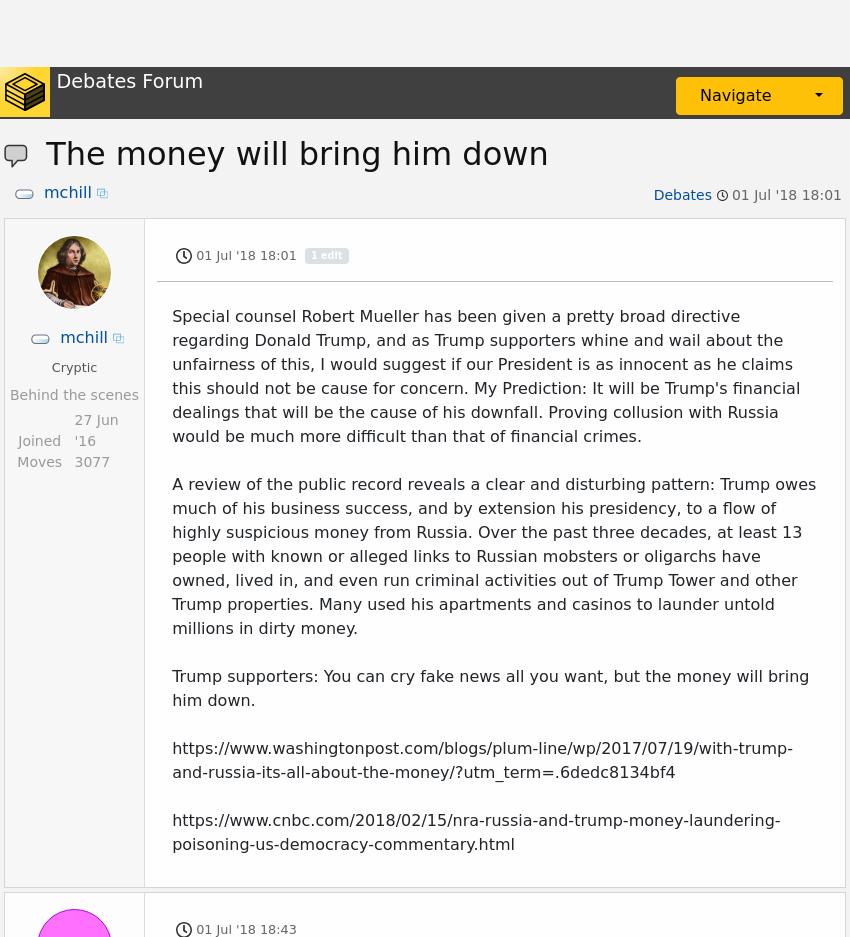  What do you see at coordinates (171, 461) in the screenshot?
I see `'The only way to bring down Trump for money laundering is to bring down a lot of people more powerful than him at the same time. Ask Carl Levin about it.'` at bounding box center [171, 461].